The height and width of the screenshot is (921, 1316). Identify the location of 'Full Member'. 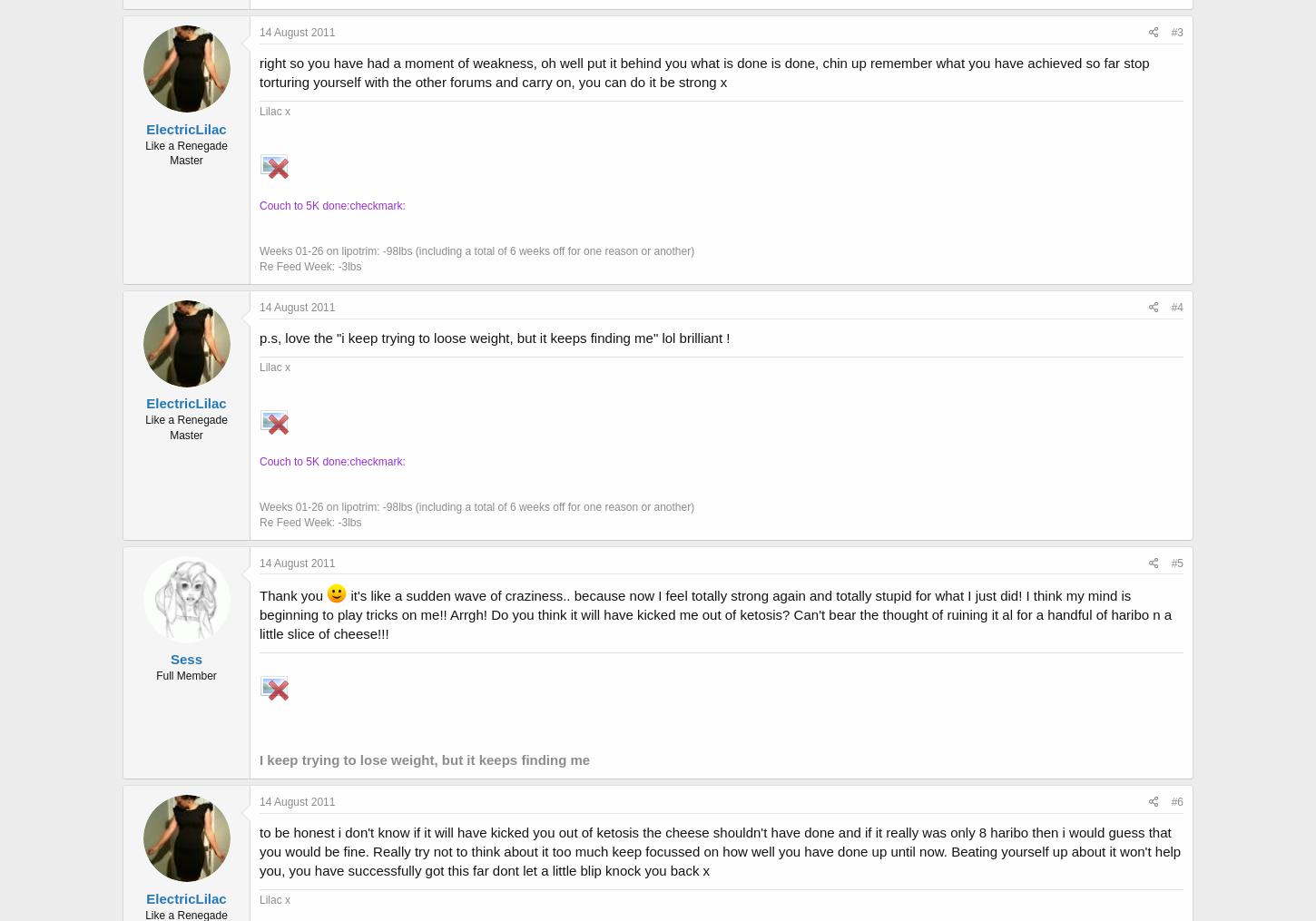
(185, 675).